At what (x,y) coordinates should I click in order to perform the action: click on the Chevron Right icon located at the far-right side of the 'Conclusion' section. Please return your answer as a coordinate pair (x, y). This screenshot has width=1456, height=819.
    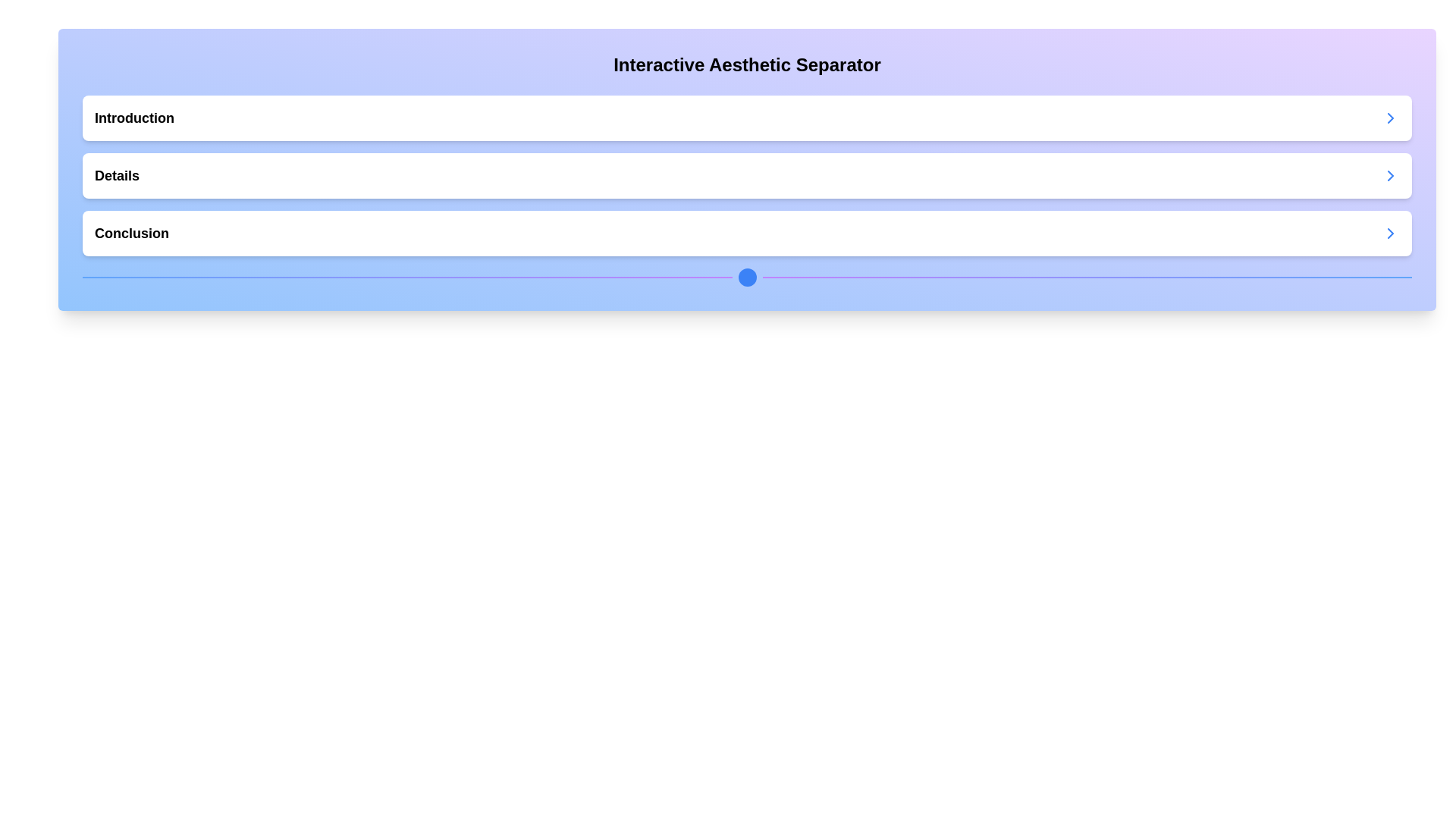
    Looking at the image, I should click on (1390, 234).